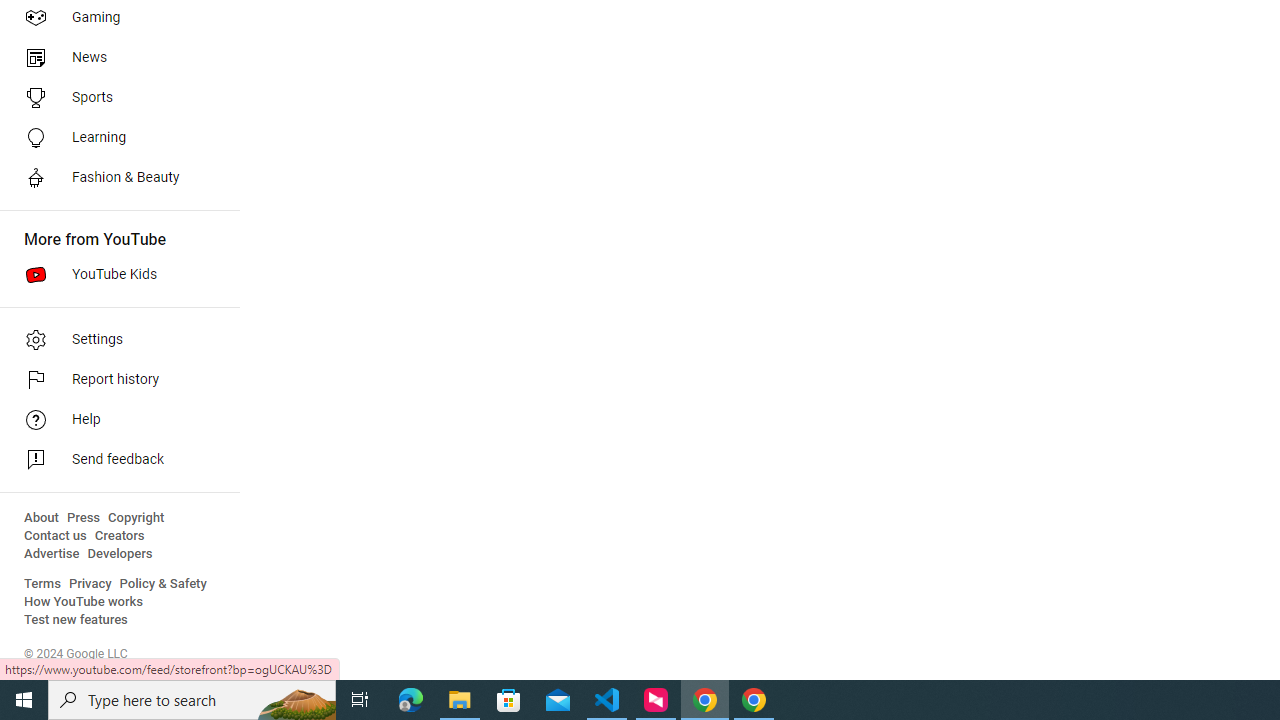 This screenshot has width=1280, height=720. I want to click on 'Advertise', so click(51, 554).